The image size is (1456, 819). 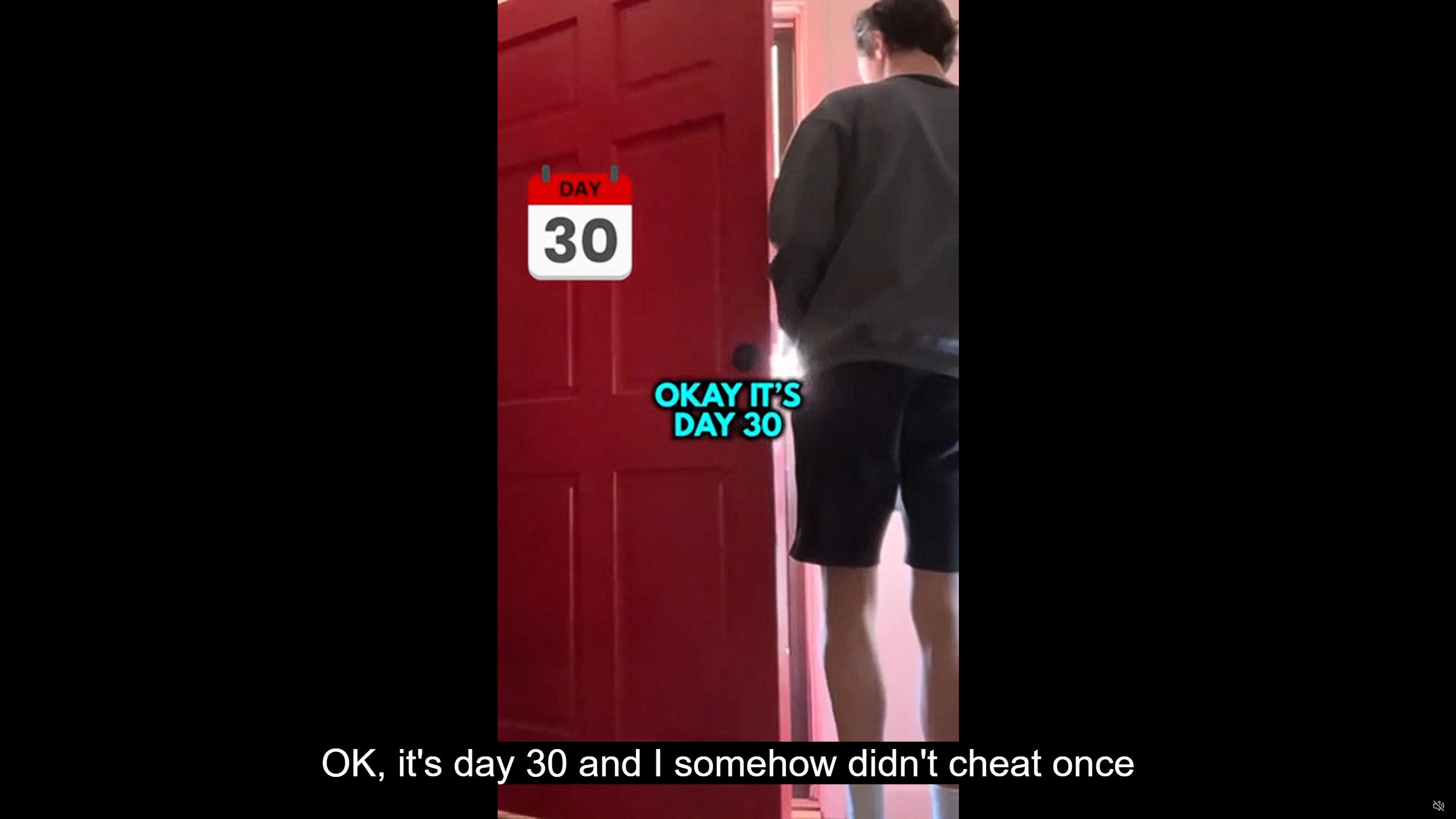 What do you see at coordinates (1438, 805) in the screenshot?
I see `'Unmute'` at bounding box center [1438, 805].